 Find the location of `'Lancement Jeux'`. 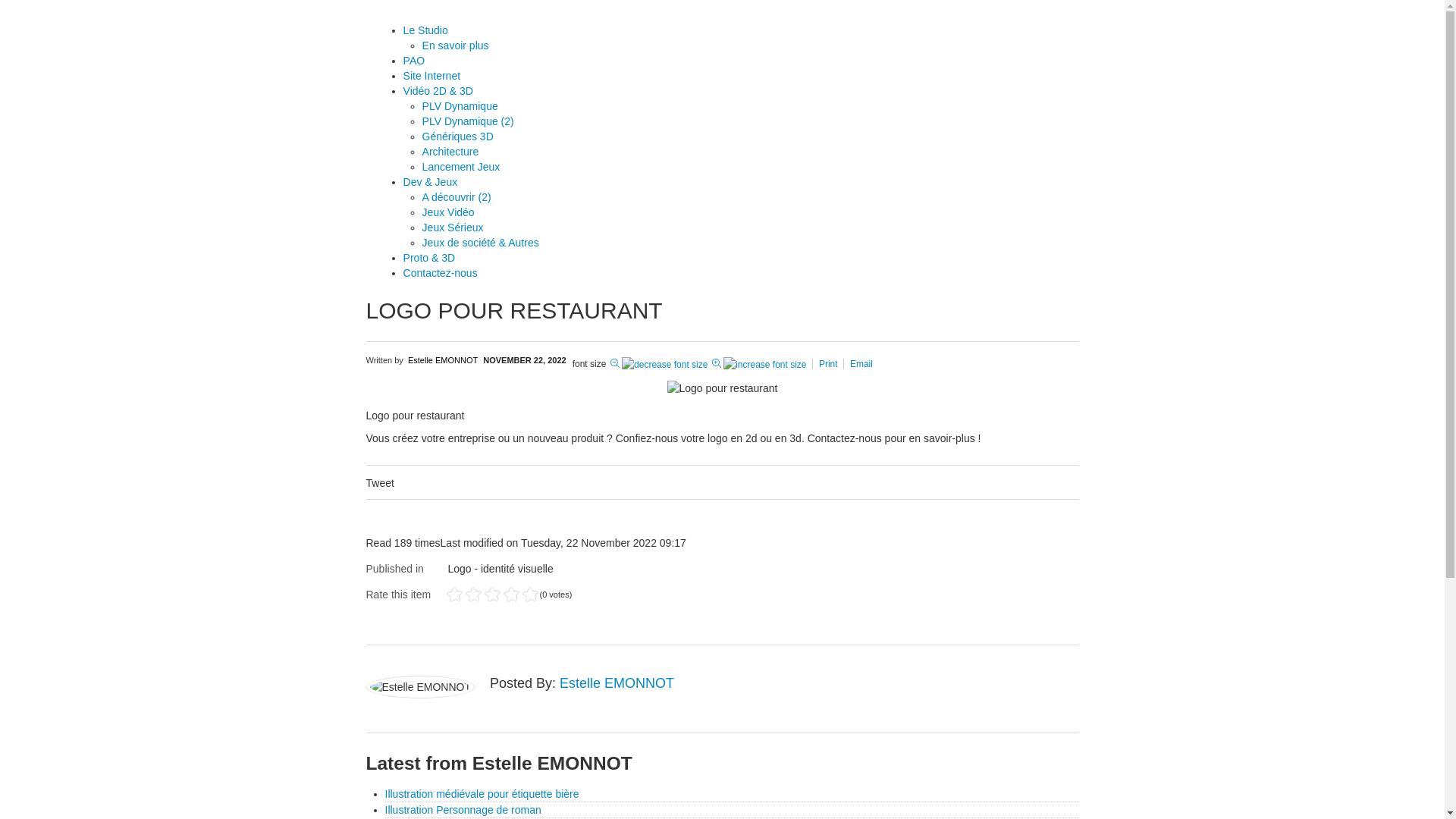

'Lancement Jeux' is located at coordinates (460, 166).